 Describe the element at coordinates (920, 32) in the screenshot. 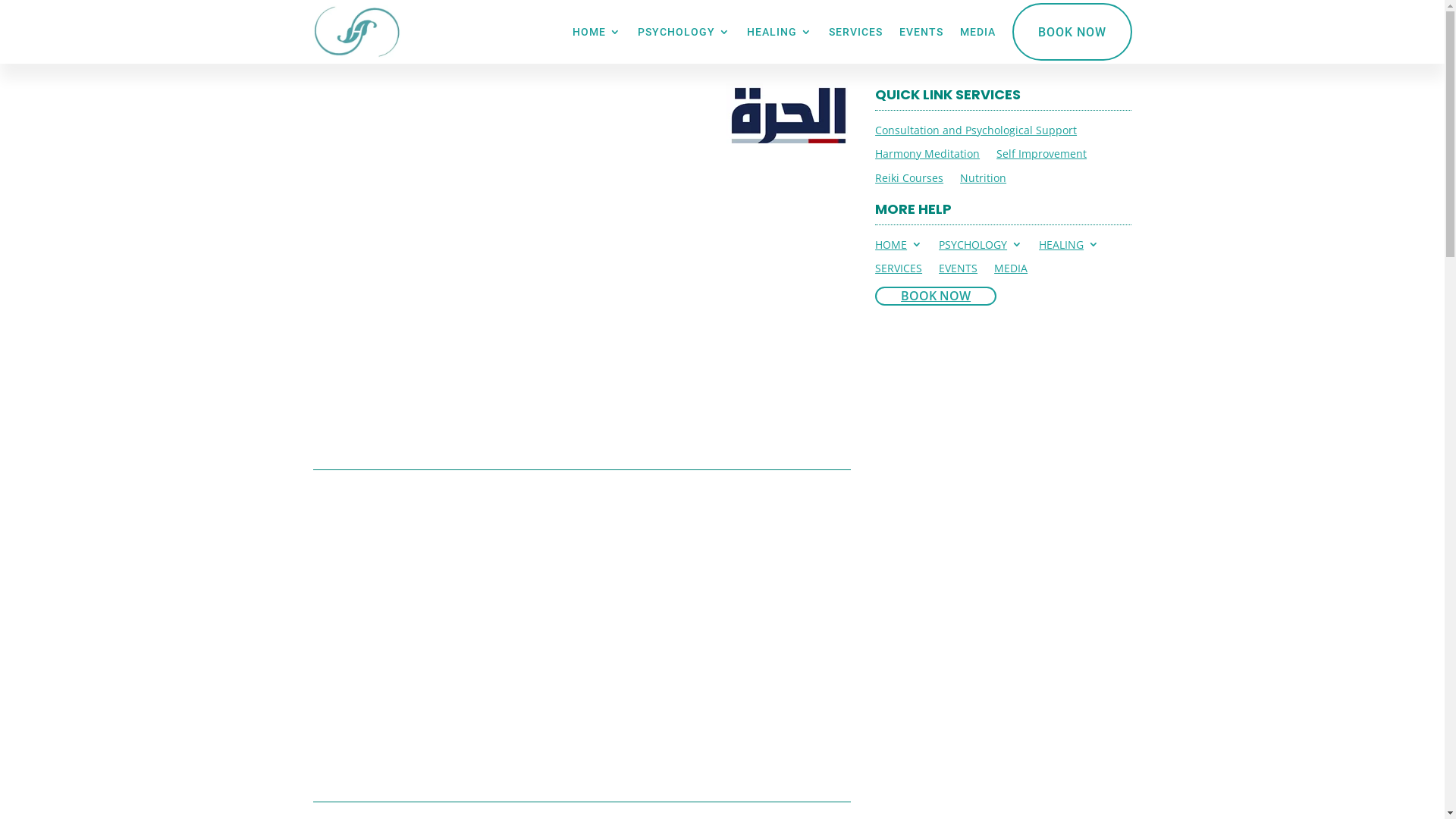

I see `'EVENTS'` at that location.